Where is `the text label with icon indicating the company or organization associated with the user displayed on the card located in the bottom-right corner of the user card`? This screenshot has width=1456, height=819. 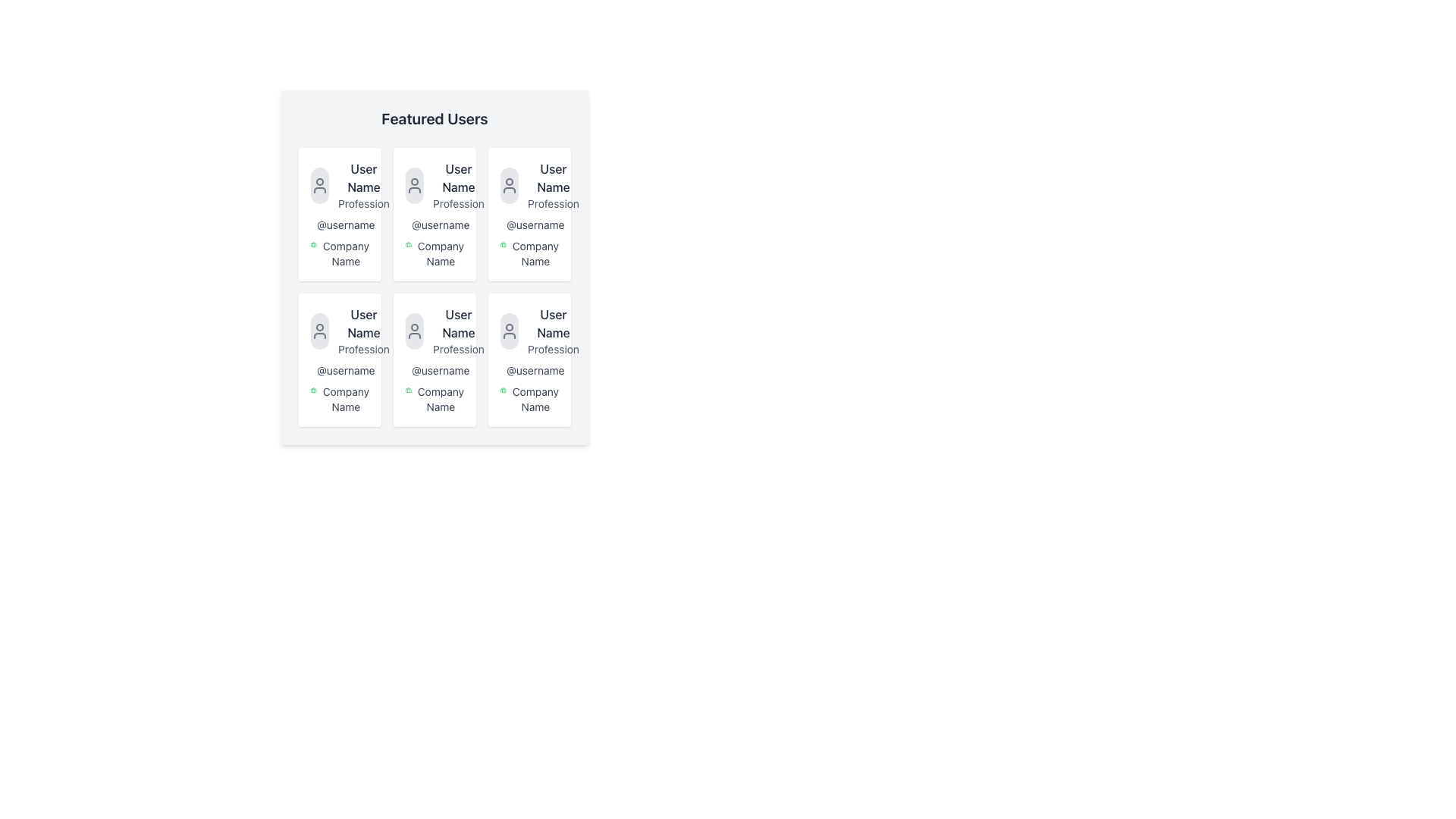
the text label with icon indicating the company or organization associated with the user displayed on the card located in the bottom-right corner of the user card is located at coordinates (529, 399).